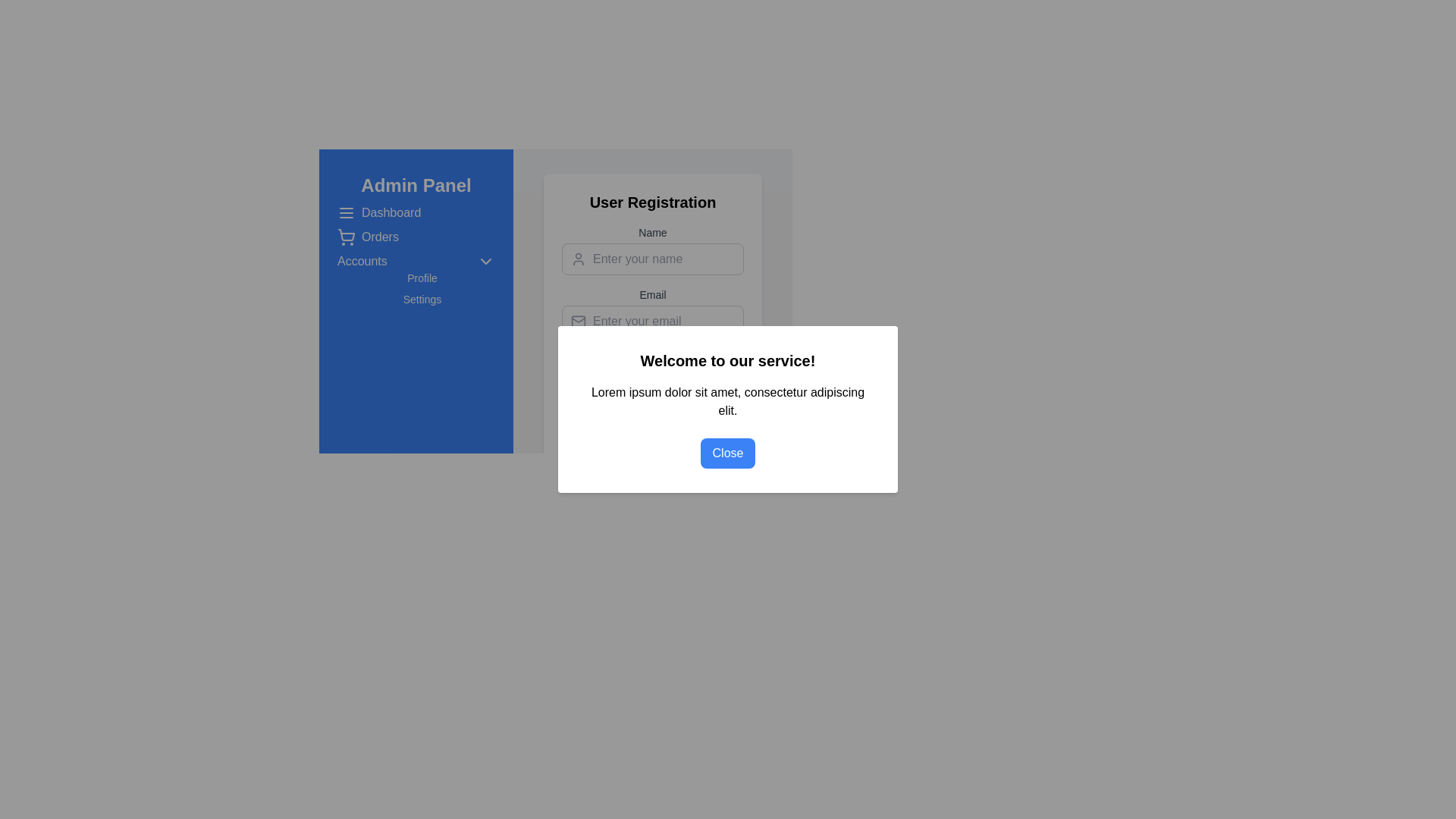 This screenshot has height=819, width=1456. I want to click on the email input field with rounded corners and a placeholder text 'Enter your email' to focus on it, so click(652, 321).